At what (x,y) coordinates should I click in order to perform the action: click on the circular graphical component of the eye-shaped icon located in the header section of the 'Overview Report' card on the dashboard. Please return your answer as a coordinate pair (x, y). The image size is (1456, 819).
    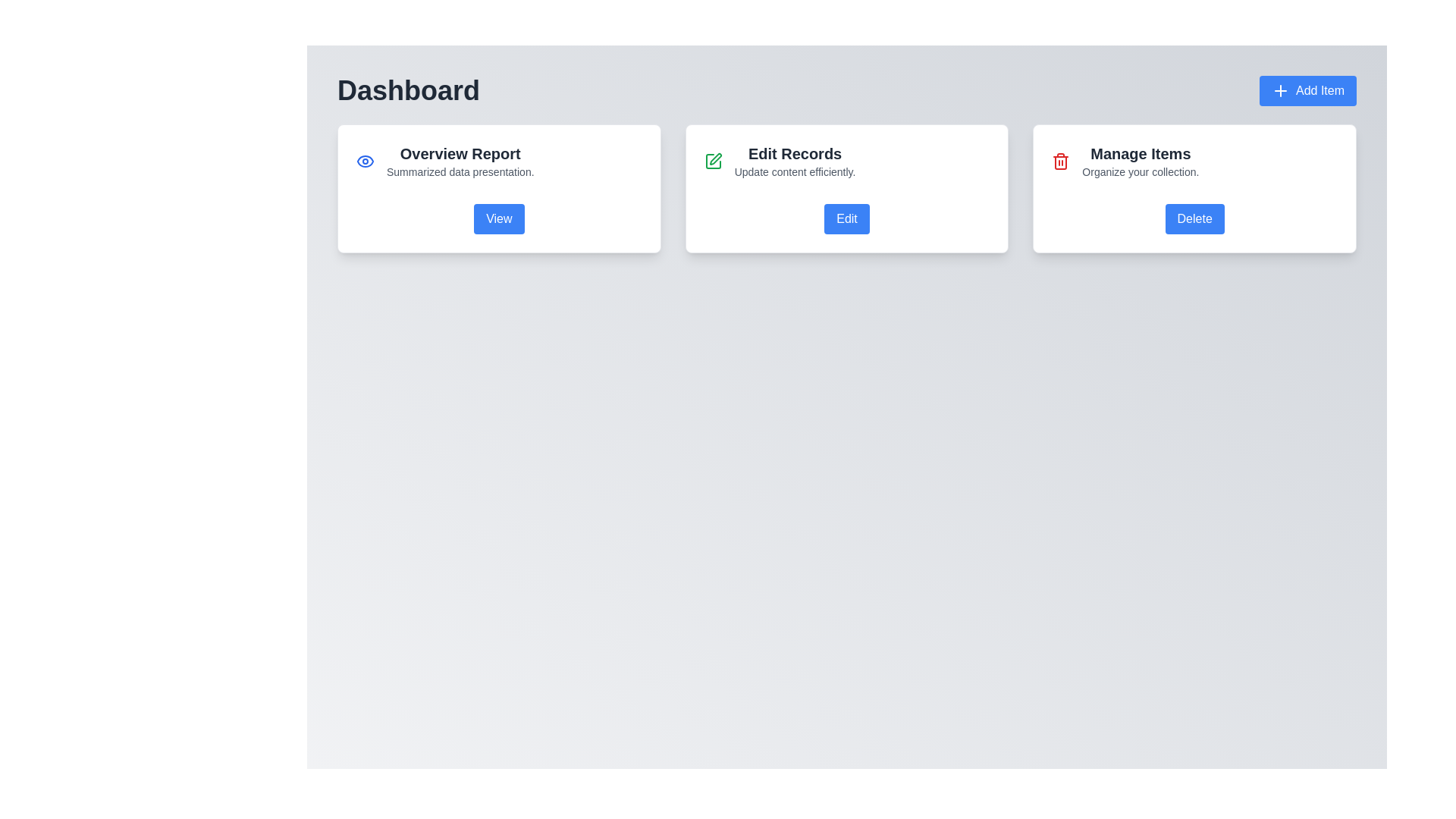
    Looking at the image, I should click on (365, 161).